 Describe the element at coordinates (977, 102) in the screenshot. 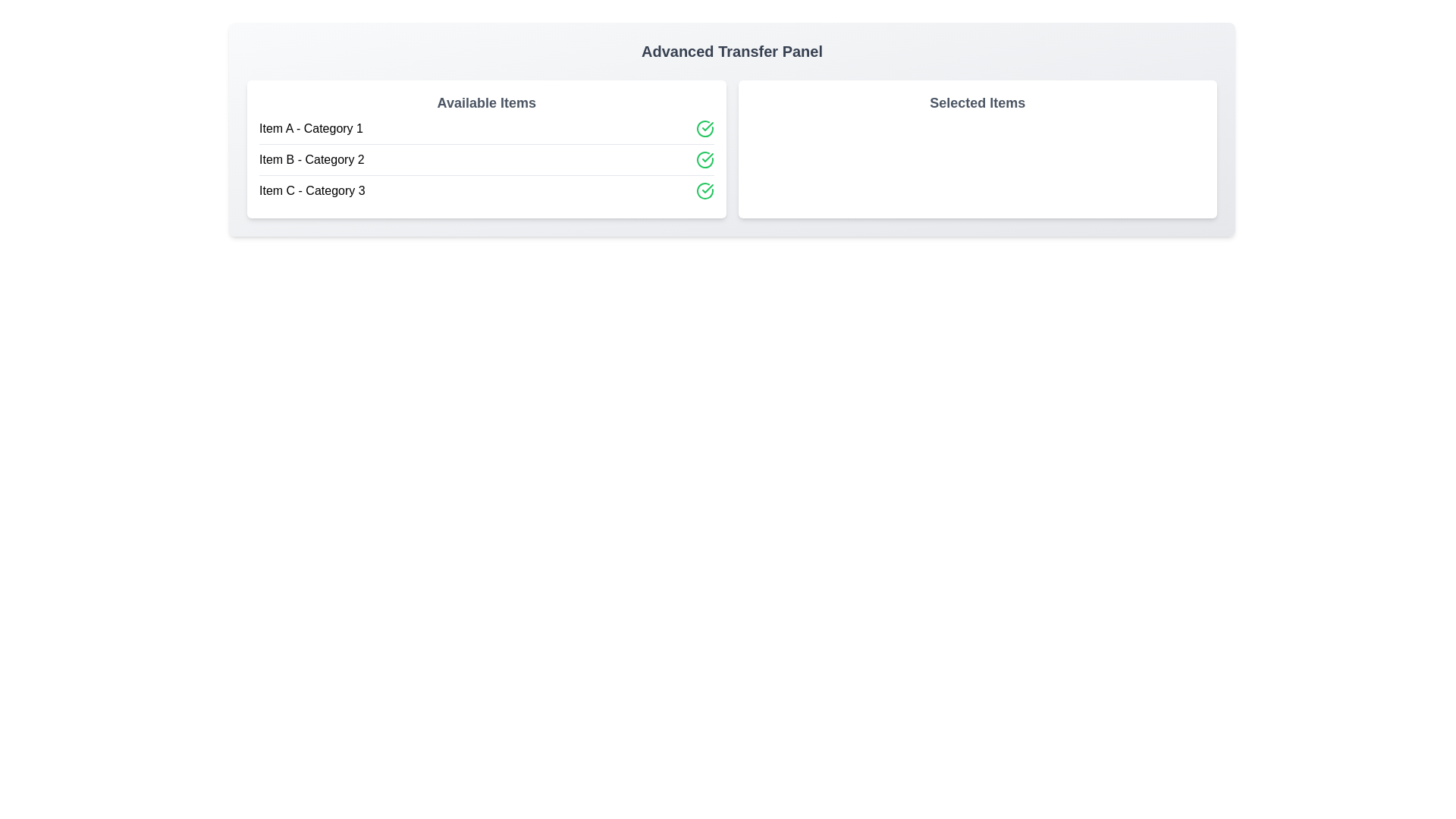

I see `the 'Selected Items' text label displayed in bold gray font, which is positioned prominently within a white card on the right side of the layout` at that location.